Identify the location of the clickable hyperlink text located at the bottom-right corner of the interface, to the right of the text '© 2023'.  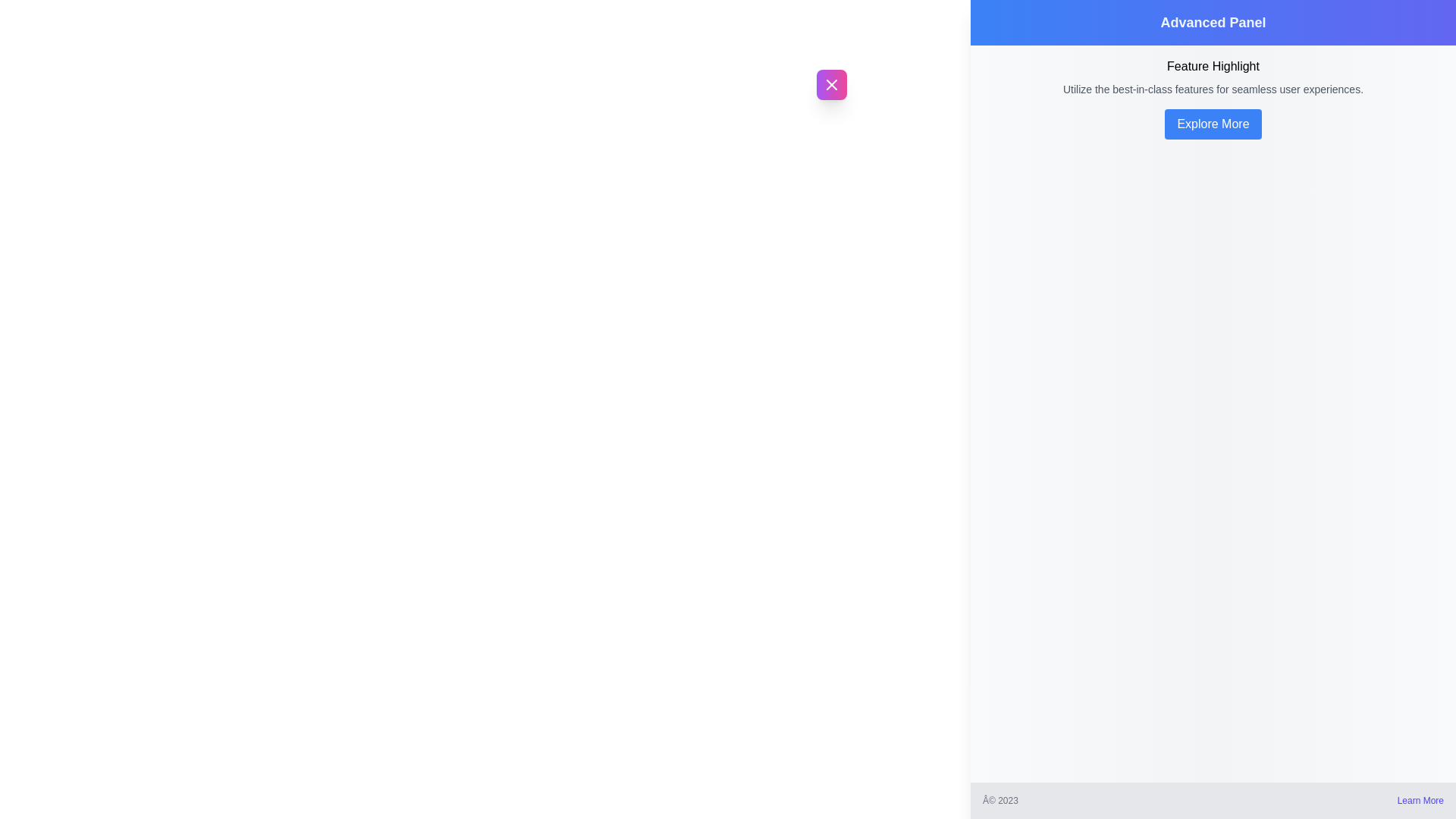
(1420, 800).